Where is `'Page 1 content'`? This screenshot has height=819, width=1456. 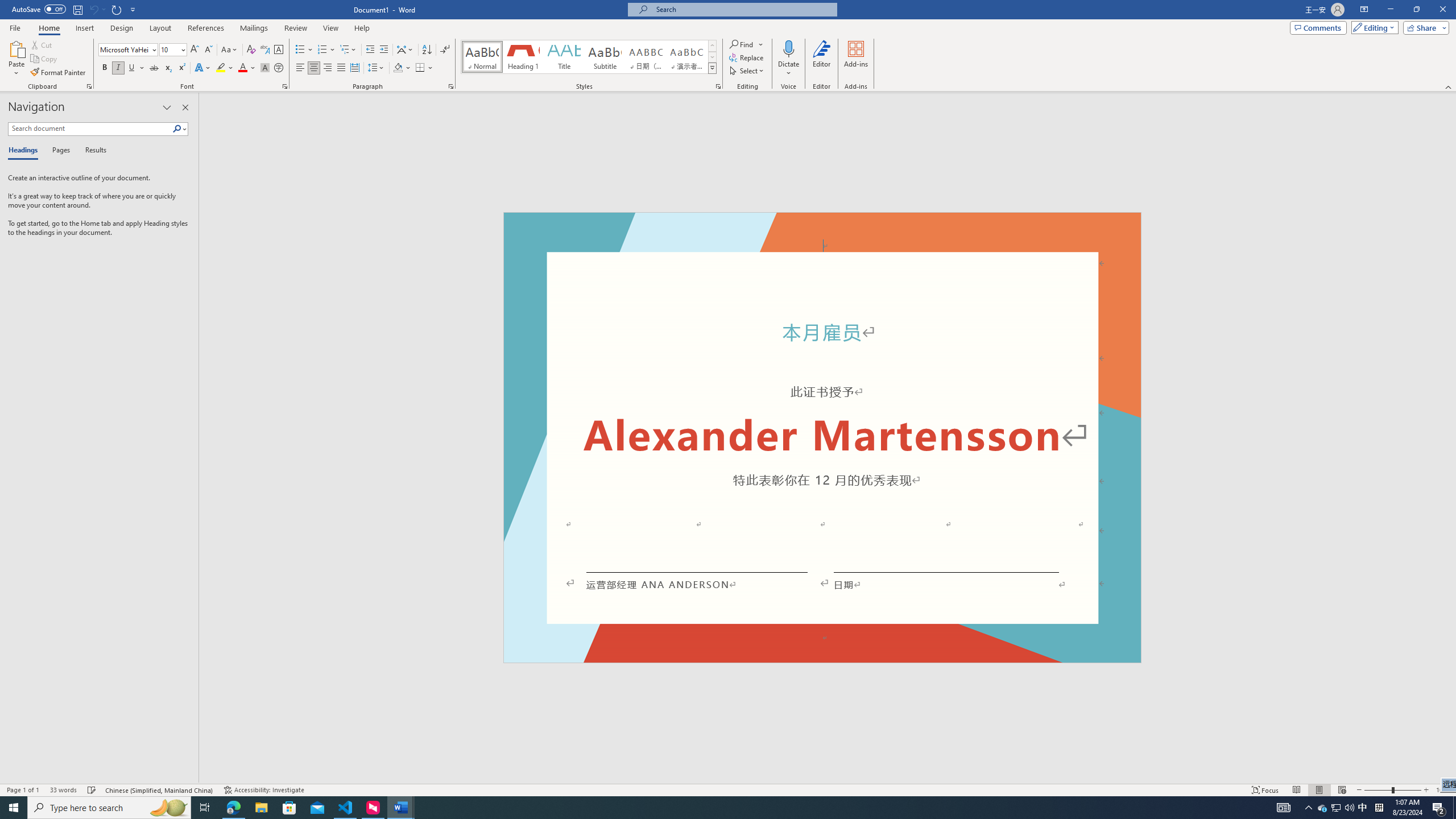
'Page 1 content' is located at coordinates (822, 446).